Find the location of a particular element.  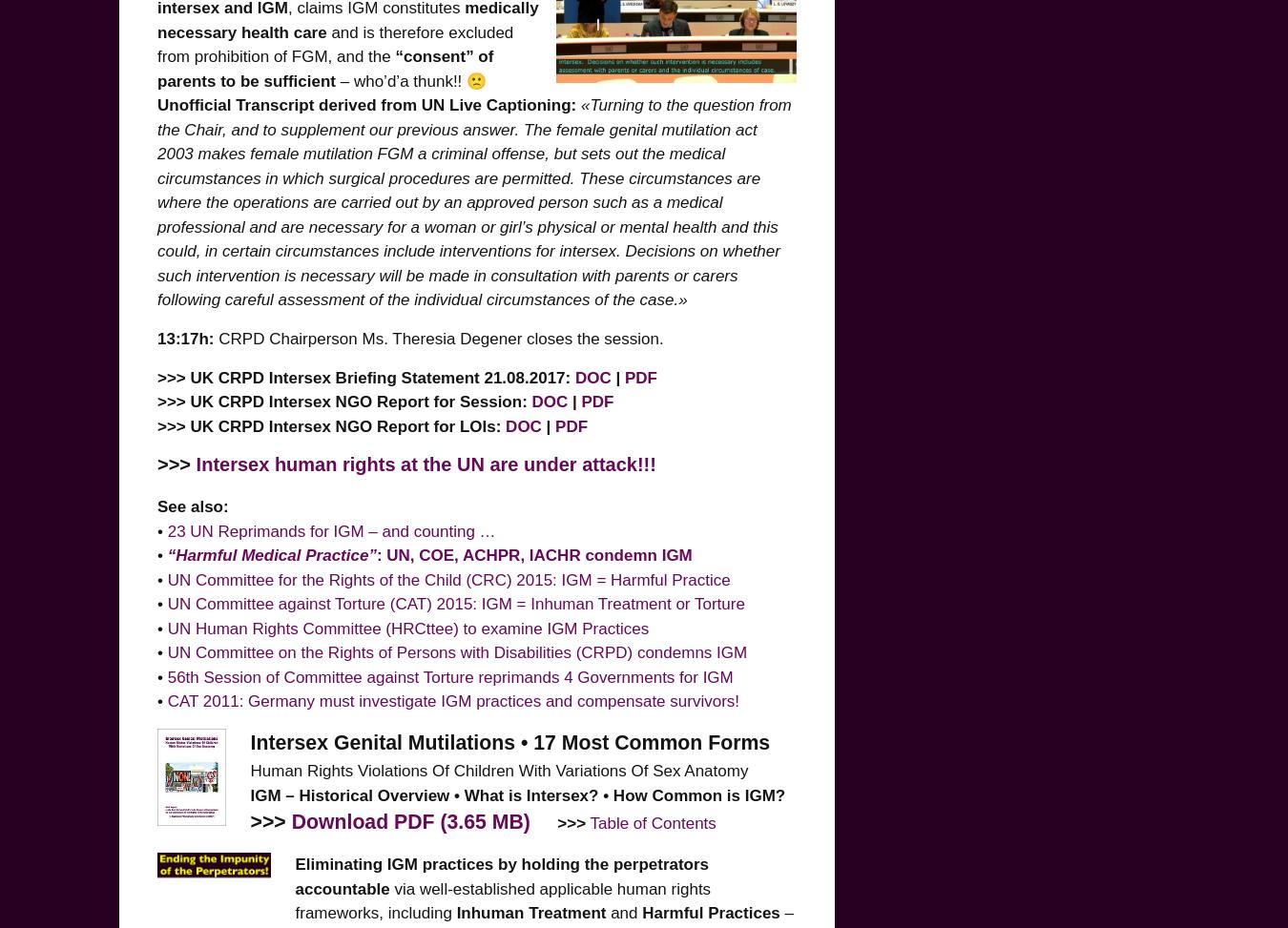

'Eliminating IGM practices by holding the perpetrators accountable' is located at coordinates (294, 875).